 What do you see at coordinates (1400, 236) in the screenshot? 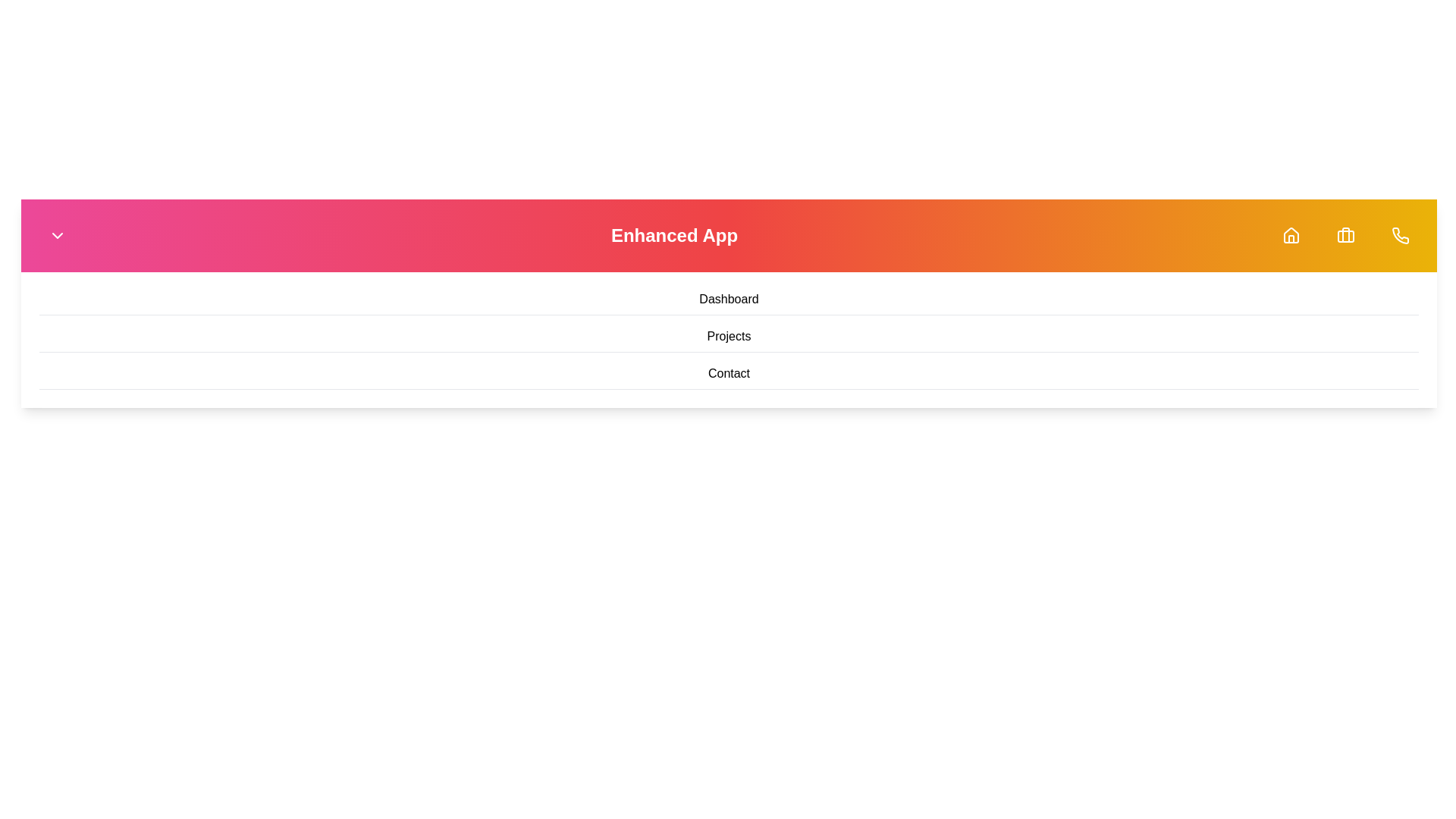
I see `the navigation icon corresponding to Phone` at bounding box center [1400, 236].